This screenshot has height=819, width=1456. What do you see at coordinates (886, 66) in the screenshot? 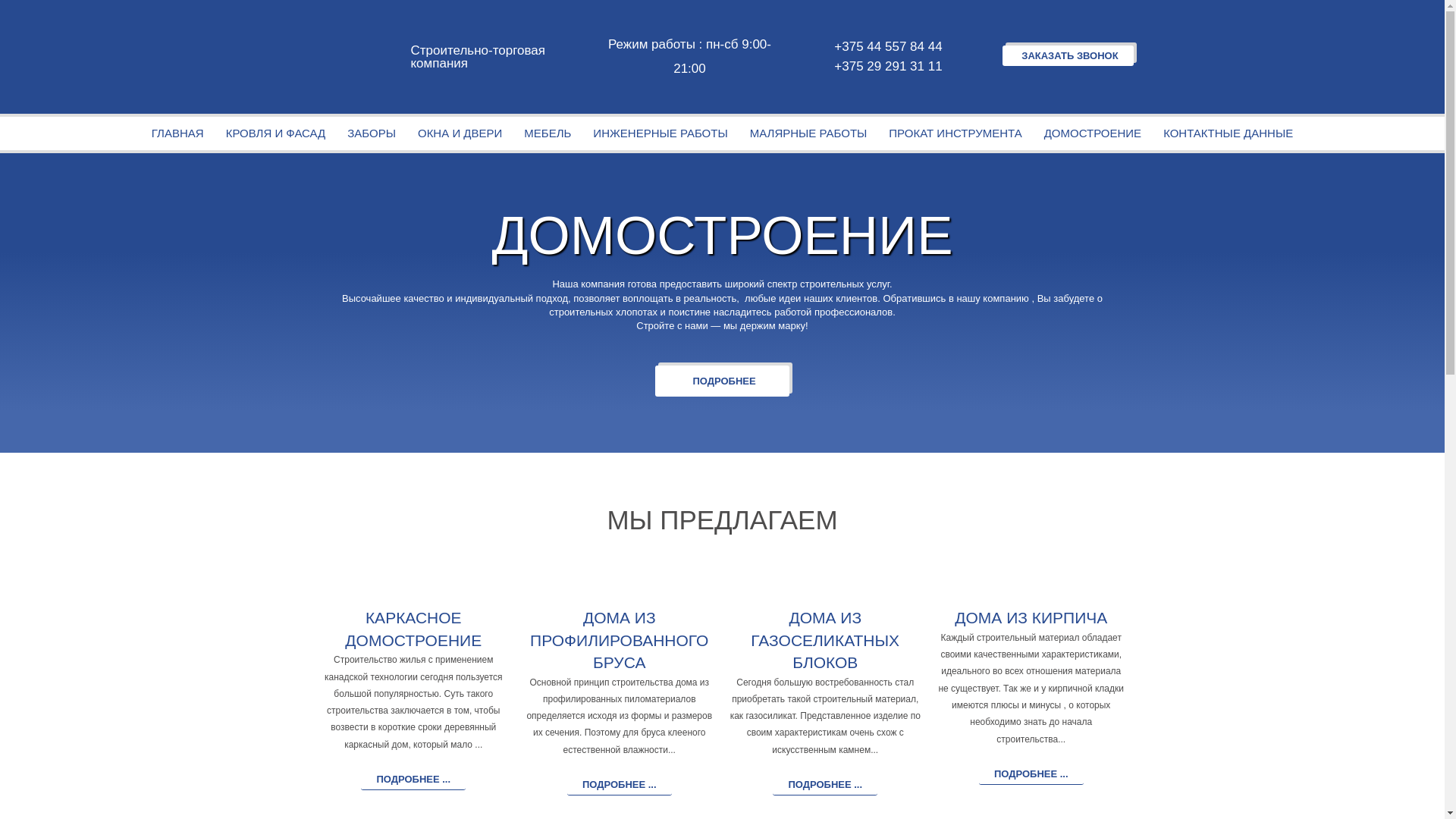
I see `'+375 29 291 31 11'` at bounding box center [886, 66].